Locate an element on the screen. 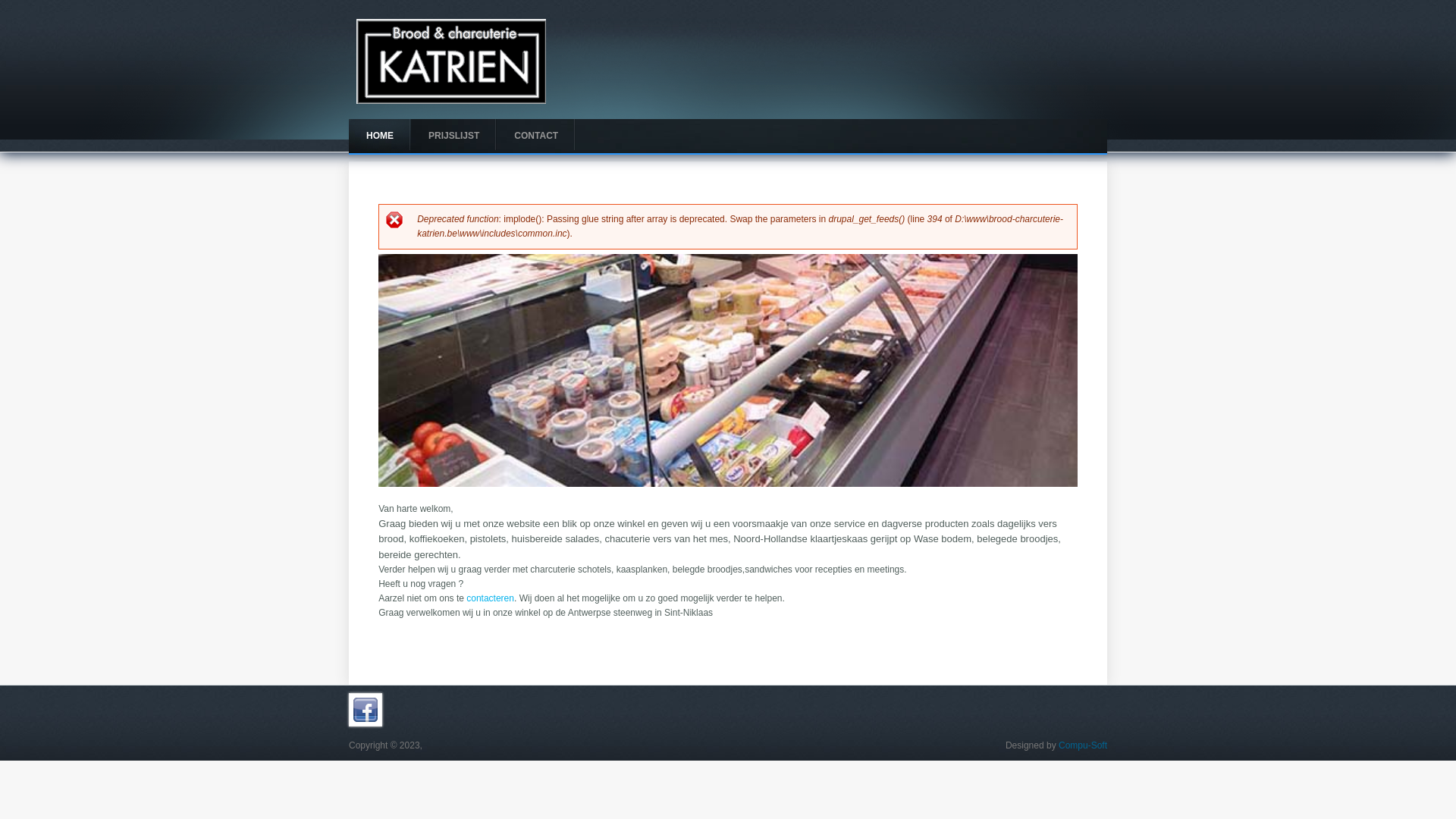 This screenshot has width=1456, height=819. 'PRIJSLIJST' is located at coordinates (453, 135).